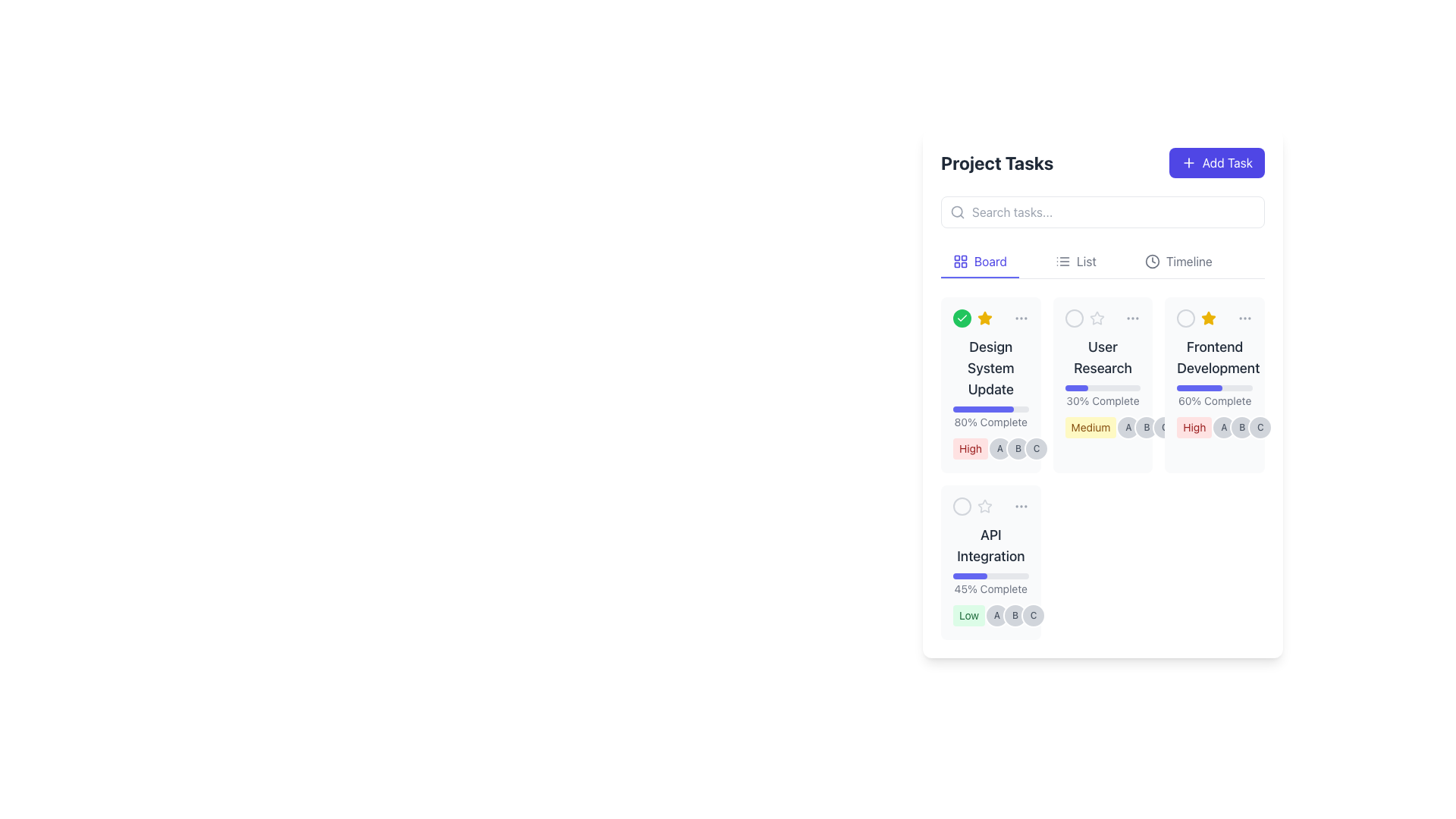 This screenshot has width=1456, height=819. I want to click on the second circular avatar with a gray background and white border, containing the letter 'B', located below 'Frontend Development' in the 'Project Tasks' interface, so click(1242, 427).